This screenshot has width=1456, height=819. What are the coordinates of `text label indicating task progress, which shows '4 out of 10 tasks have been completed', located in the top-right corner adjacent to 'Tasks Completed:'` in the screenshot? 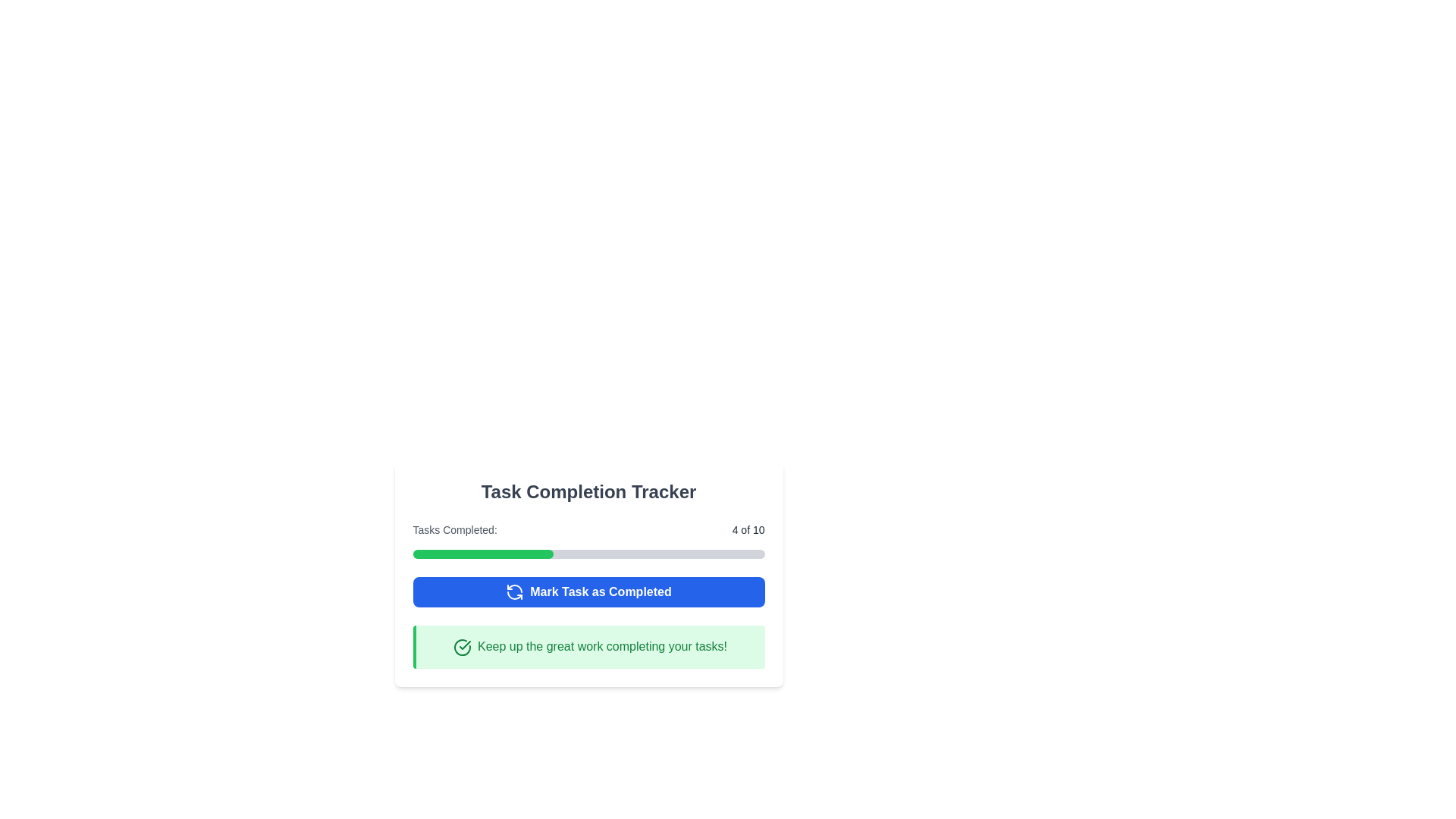 It's located at (748, 529).